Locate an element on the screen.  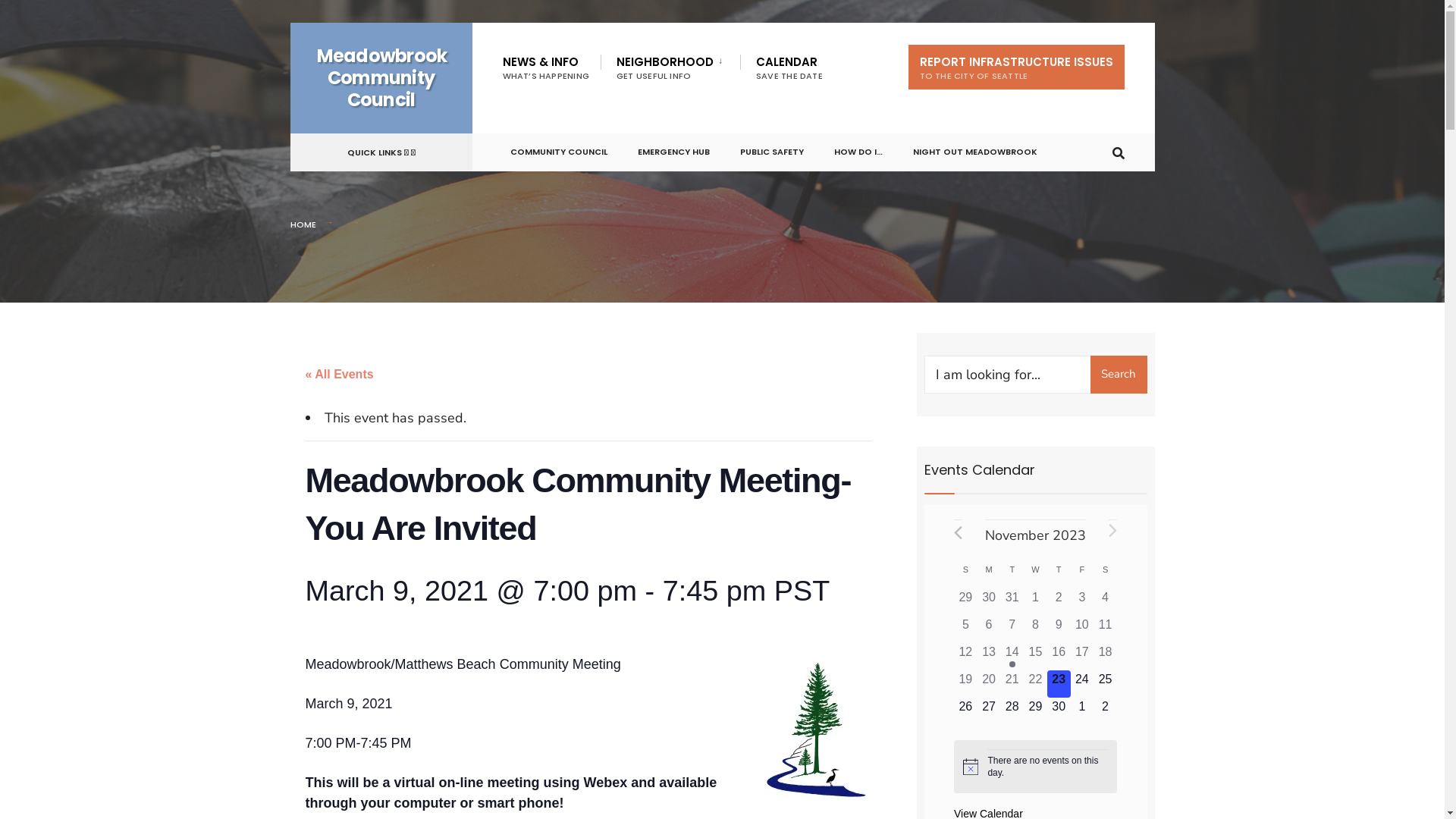
'0 events, is located at coordinates (1046, 656).